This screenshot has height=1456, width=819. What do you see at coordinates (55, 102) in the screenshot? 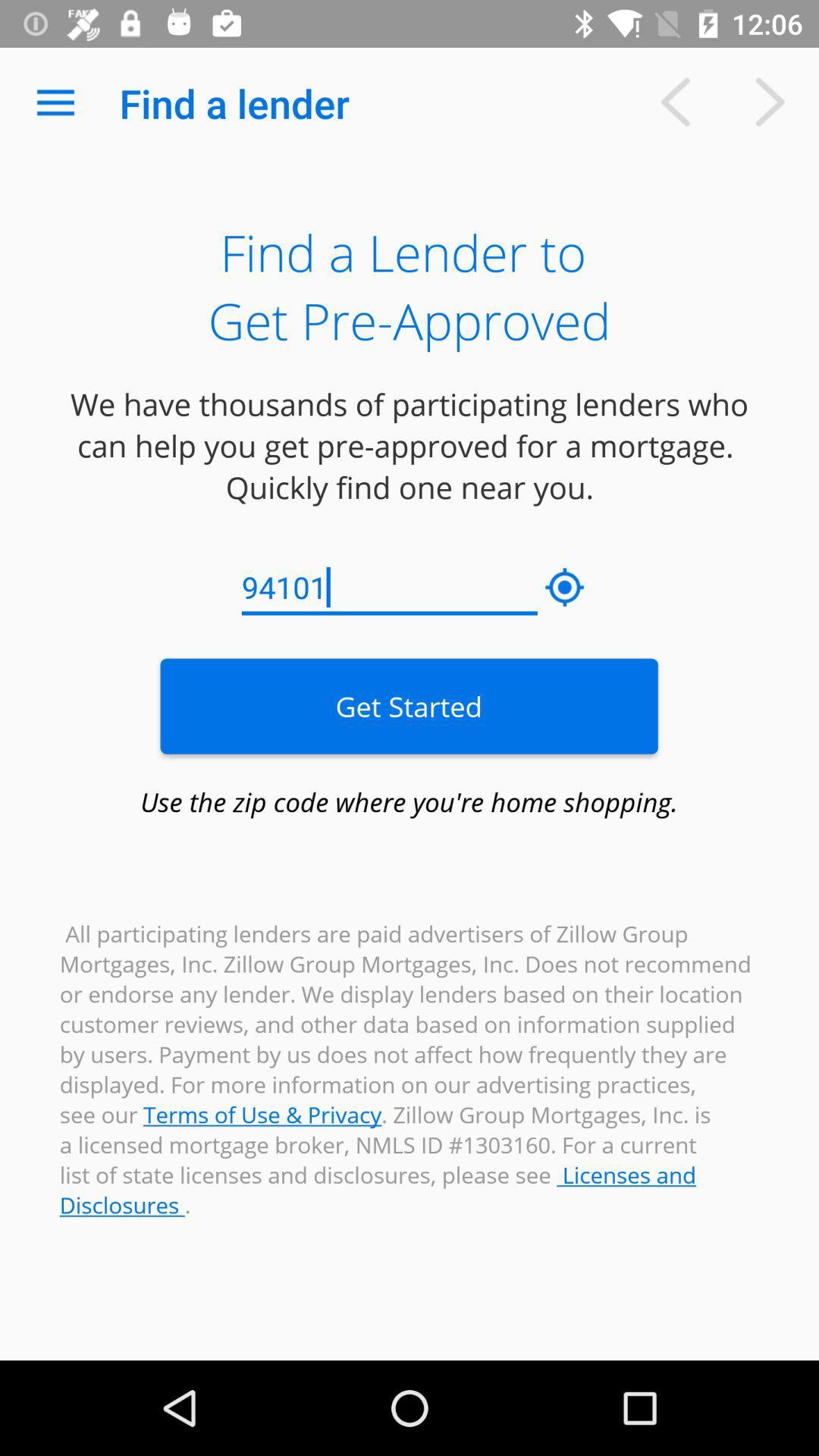
I see `the app next to find a lender icon` at bounding box center [55, 102].